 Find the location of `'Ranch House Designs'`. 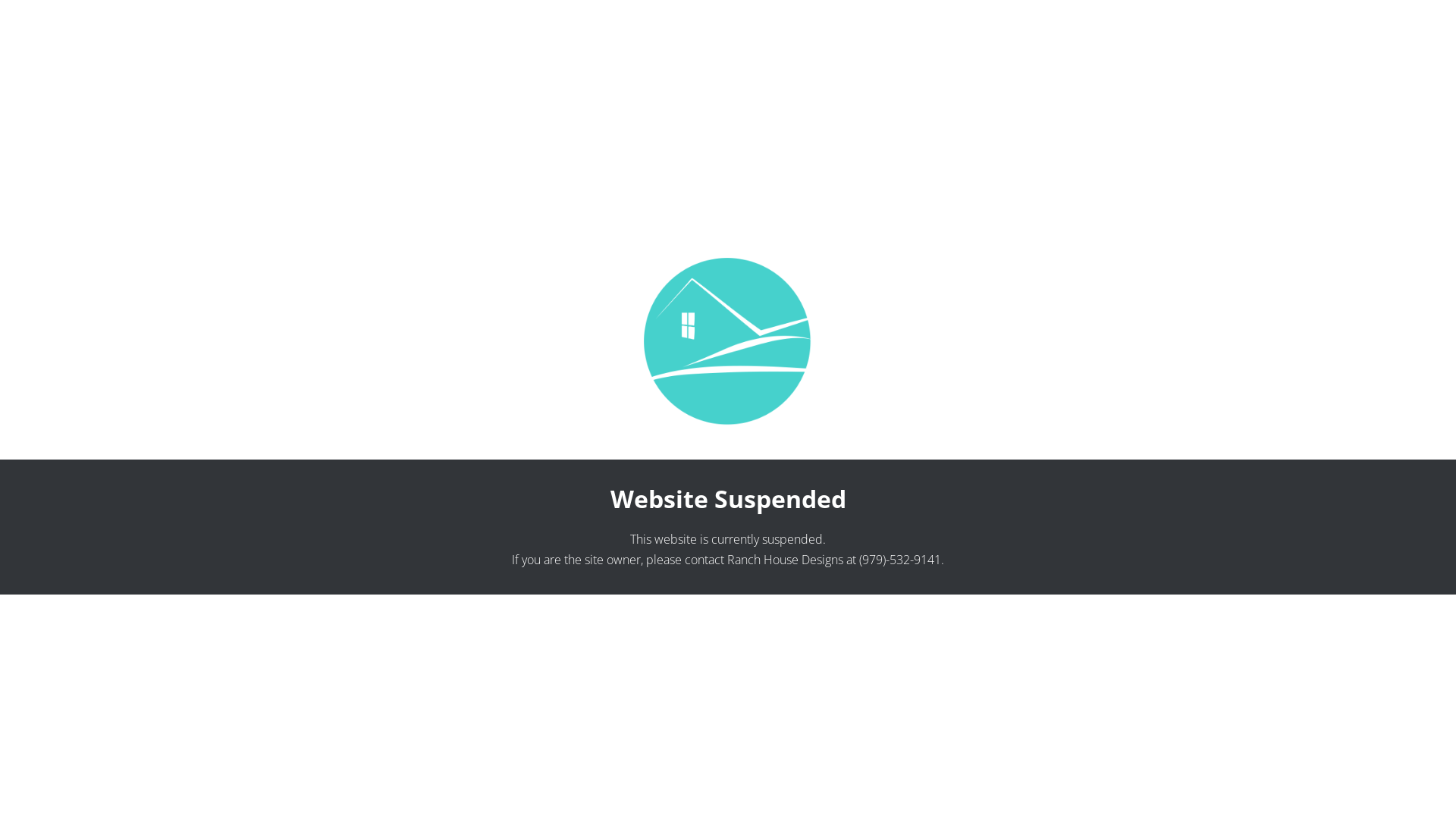

'Ranch House Designs' is located at coordinates (785, 559).